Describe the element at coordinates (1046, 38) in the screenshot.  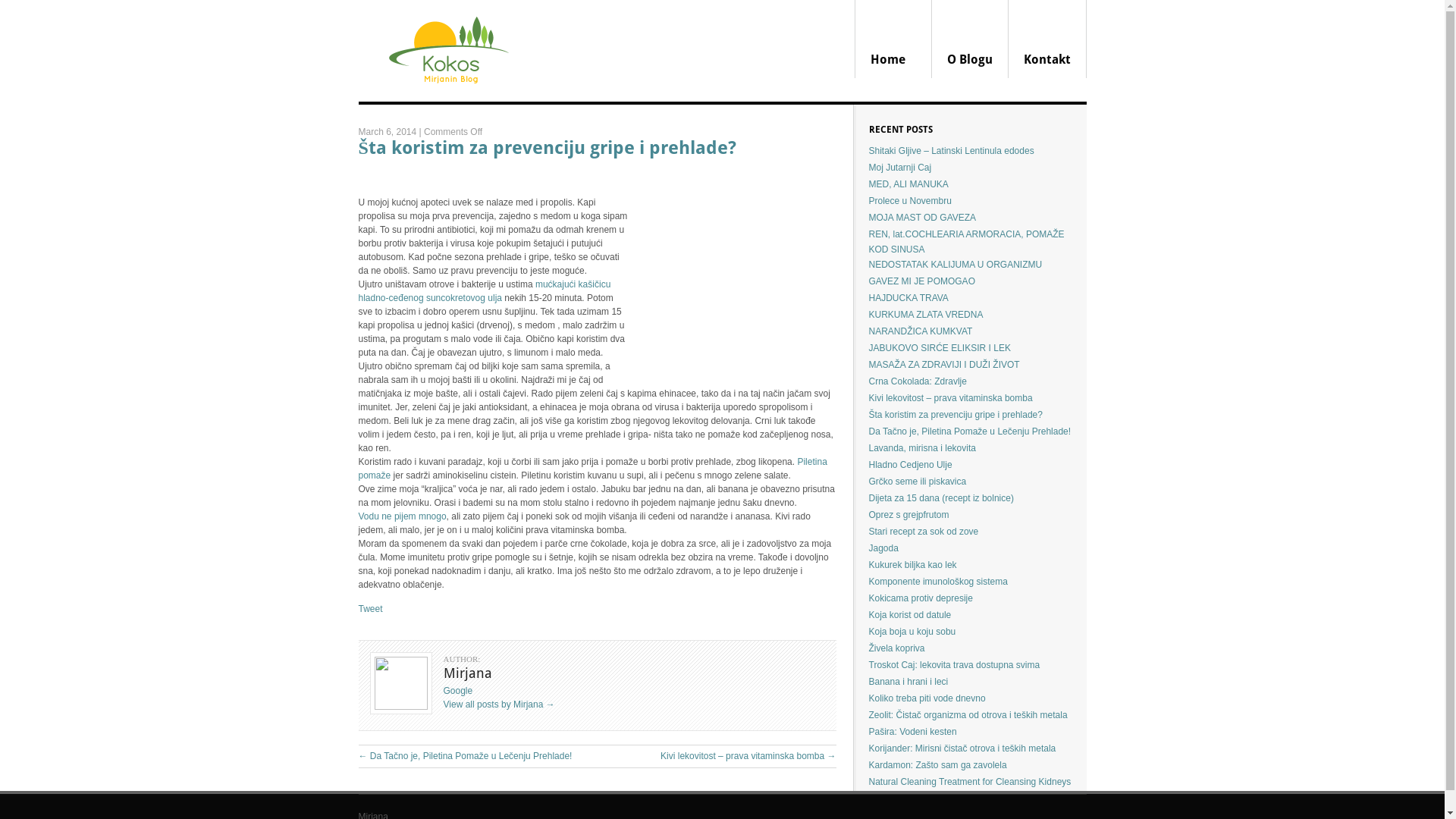
I see `'Kontakt'` at that location.